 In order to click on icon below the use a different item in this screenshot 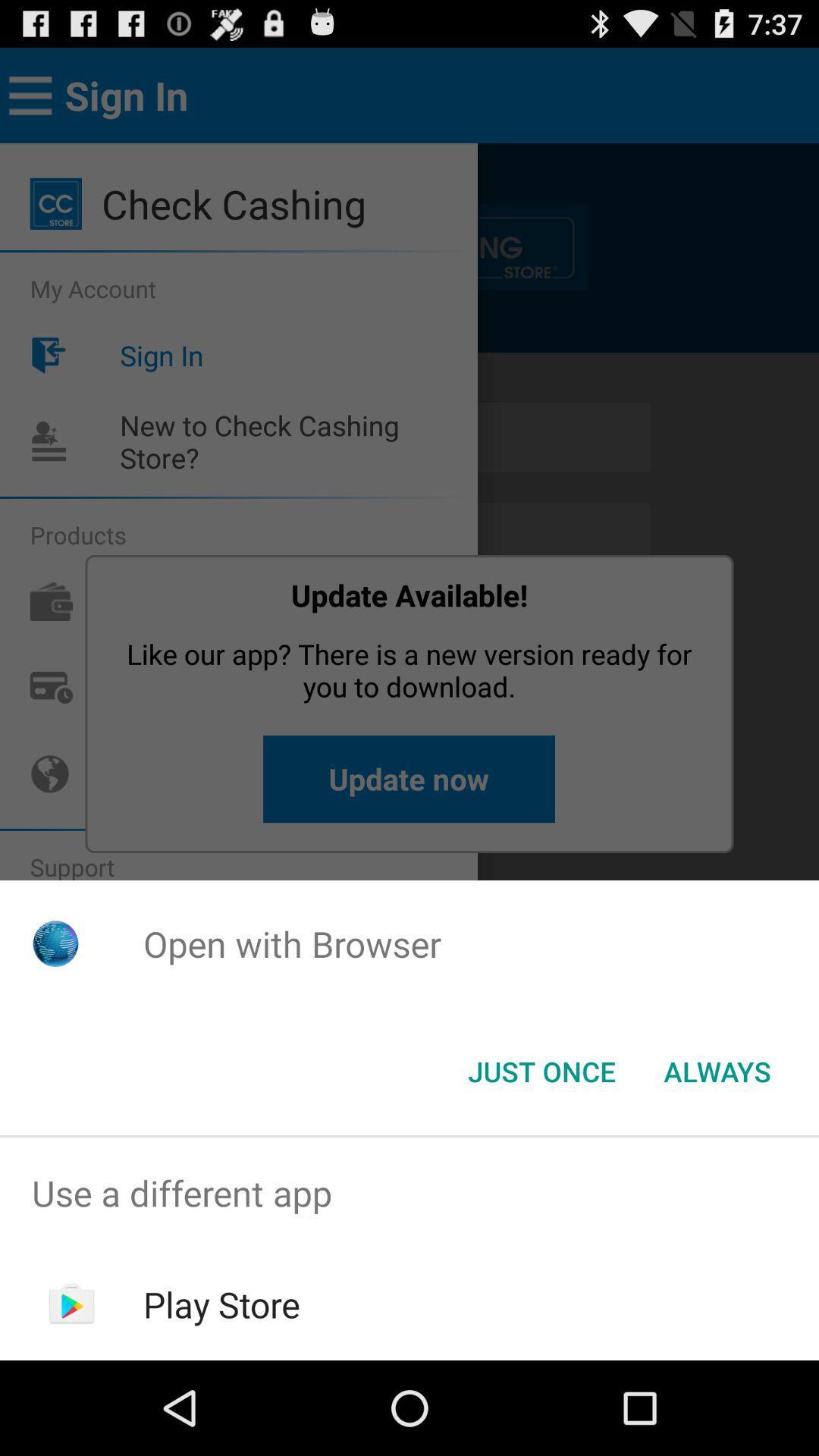, I will do `click(221, 1304)`.